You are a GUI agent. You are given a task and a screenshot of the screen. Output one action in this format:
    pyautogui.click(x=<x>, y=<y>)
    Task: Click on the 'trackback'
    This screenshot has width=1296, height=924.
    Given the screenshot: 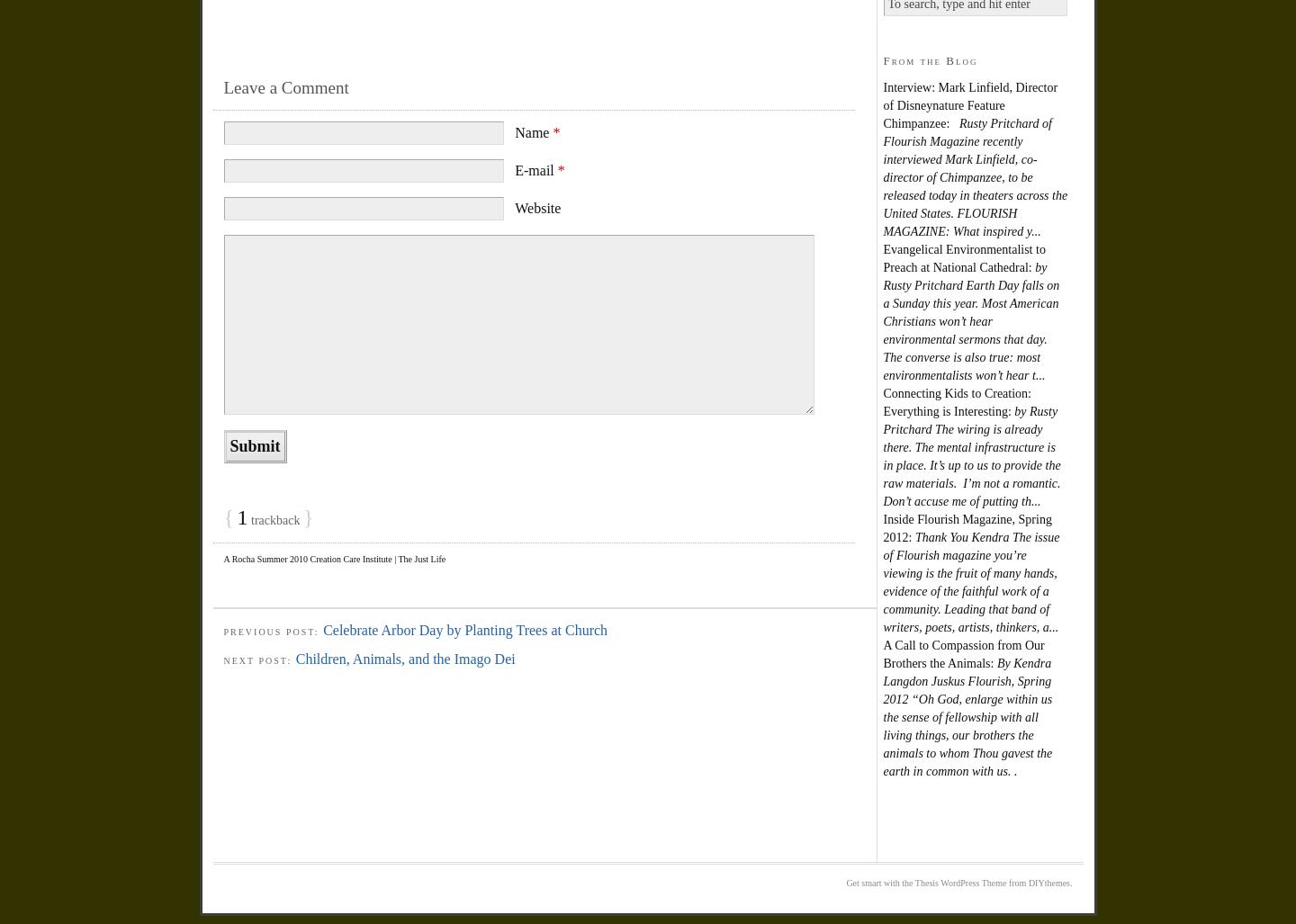 What is the action you would take?
    pyautogui.click(x=247, y=519)
    